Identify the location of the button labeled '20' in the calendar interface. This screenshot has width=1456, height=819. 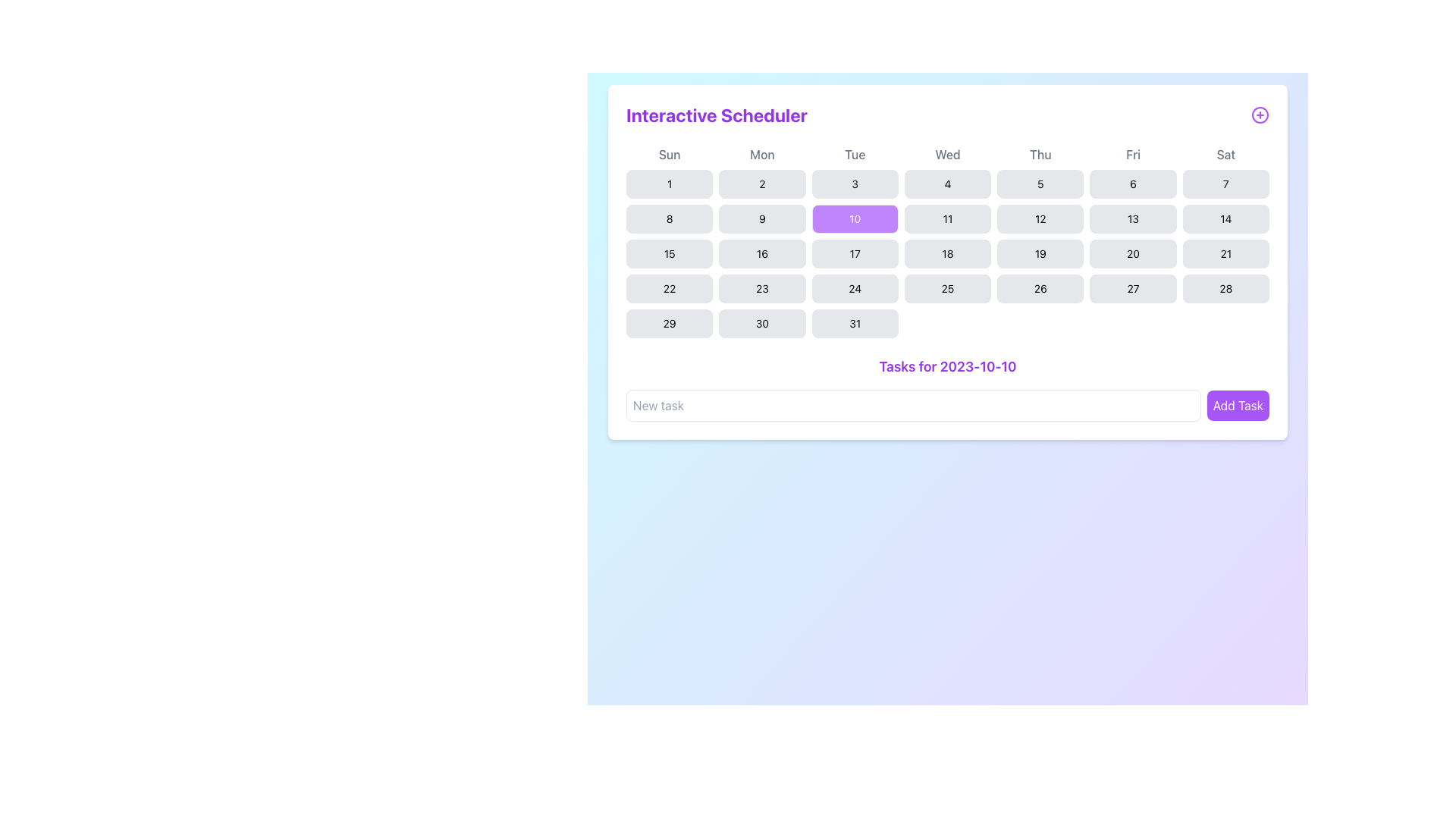
(1132, 253).